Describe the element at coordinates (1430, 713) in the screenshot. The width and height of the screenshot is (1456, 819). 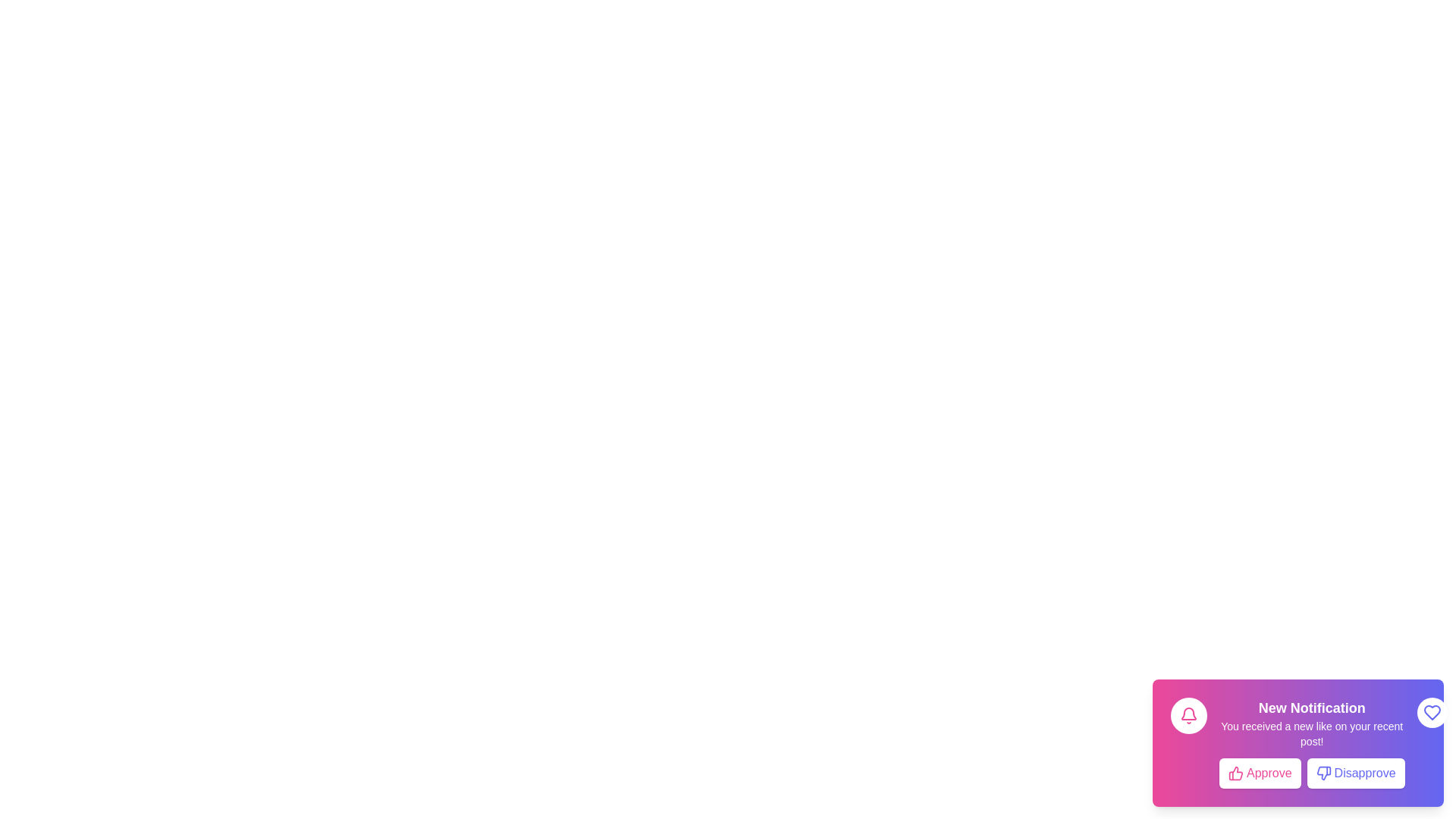
I see `the close button of the snackbar to close it` at that location.